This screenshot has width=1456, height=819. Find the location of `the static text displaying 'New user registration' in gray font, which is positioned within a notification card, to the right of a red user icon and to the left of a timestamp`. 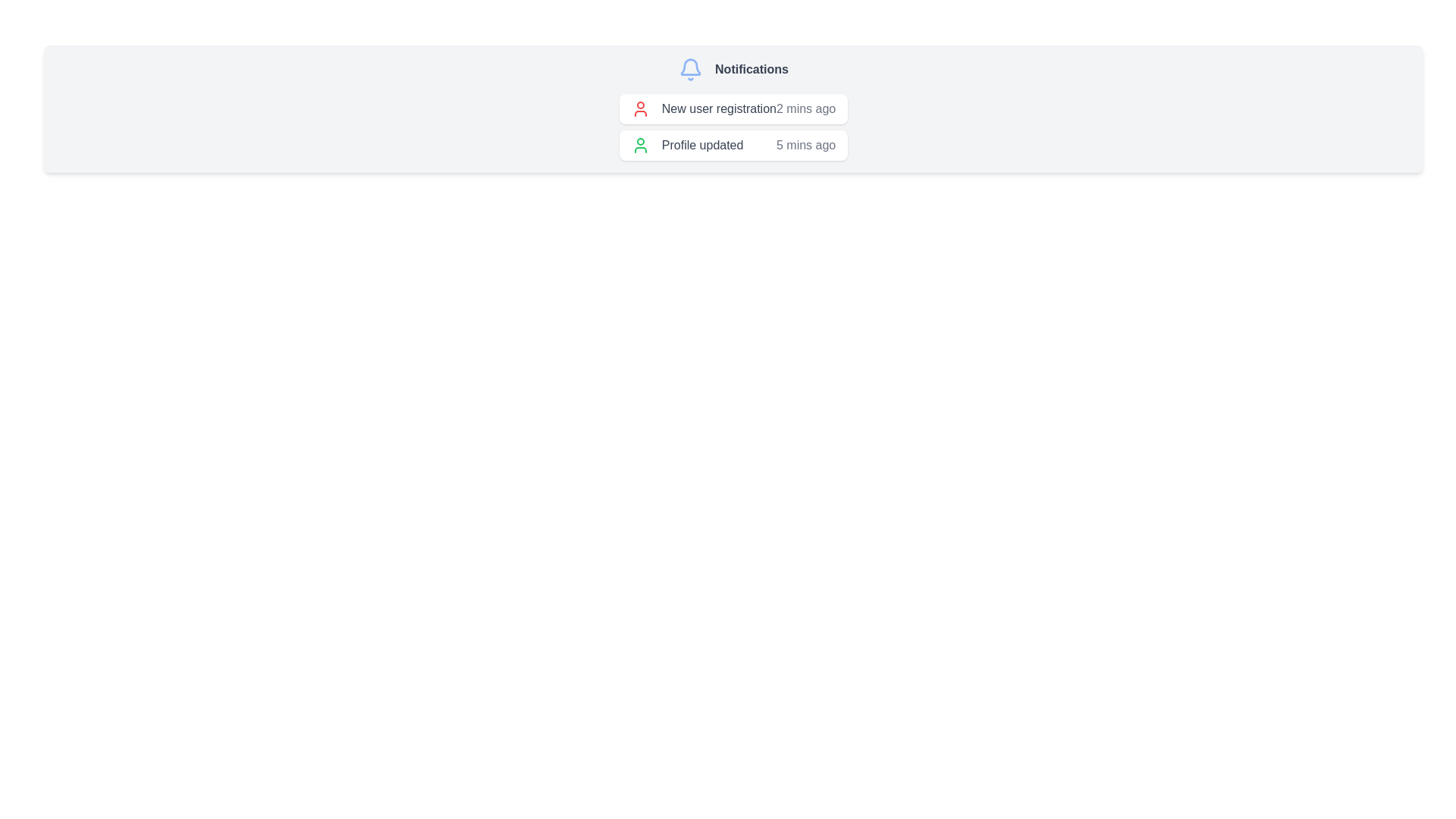

the static text displaying 'New user registration' in gray font, which is positioned within a notification card, to the right of a red user icon and to the left of a timestamp is located at coordinates (718, 108).